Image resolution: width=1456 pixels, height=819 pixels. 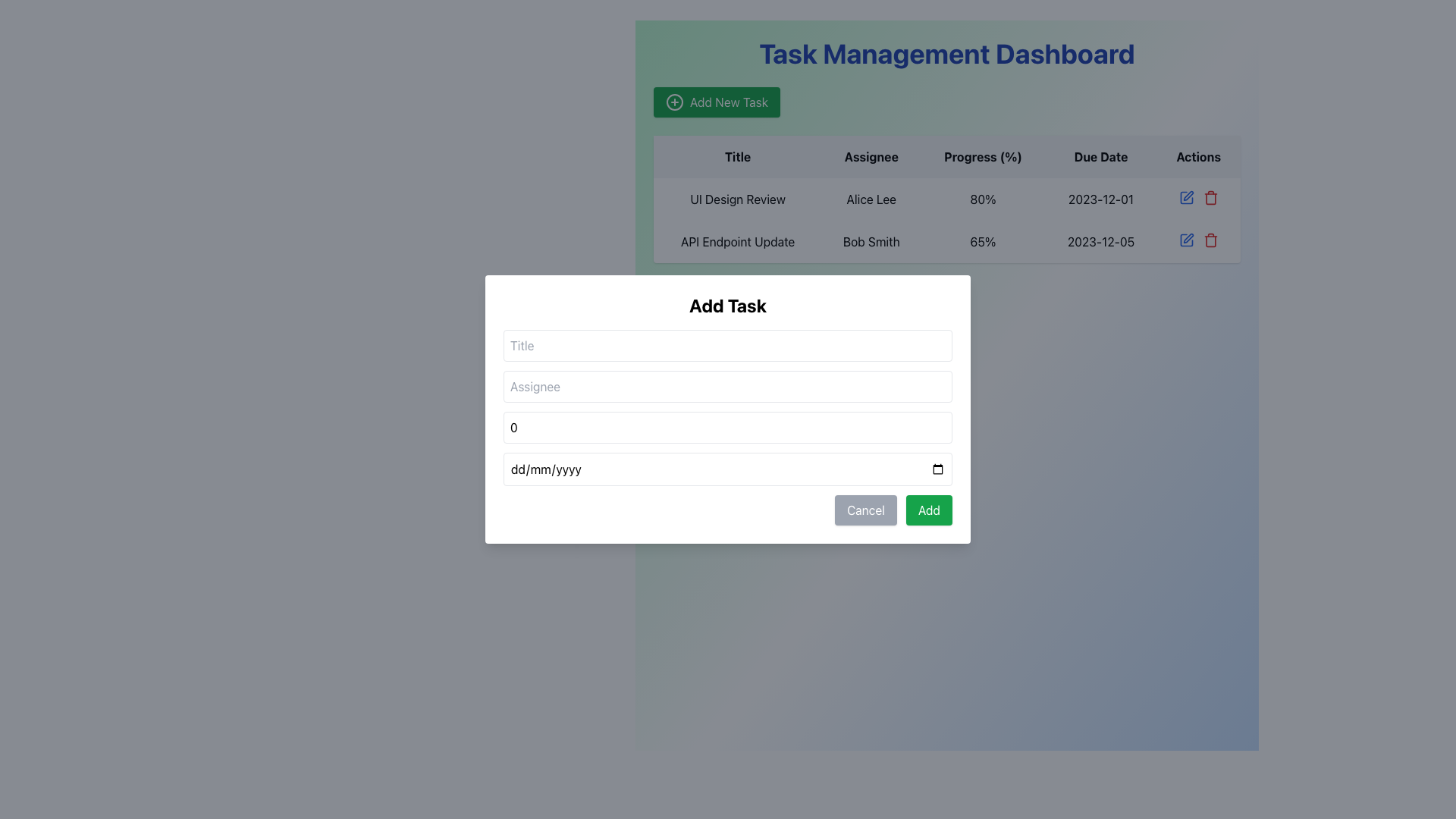 What do you see at coordinates (1197, 197) in the screenshot?
I see `the blue pencil icon in the action control group` at bounding box center [1197, 197].